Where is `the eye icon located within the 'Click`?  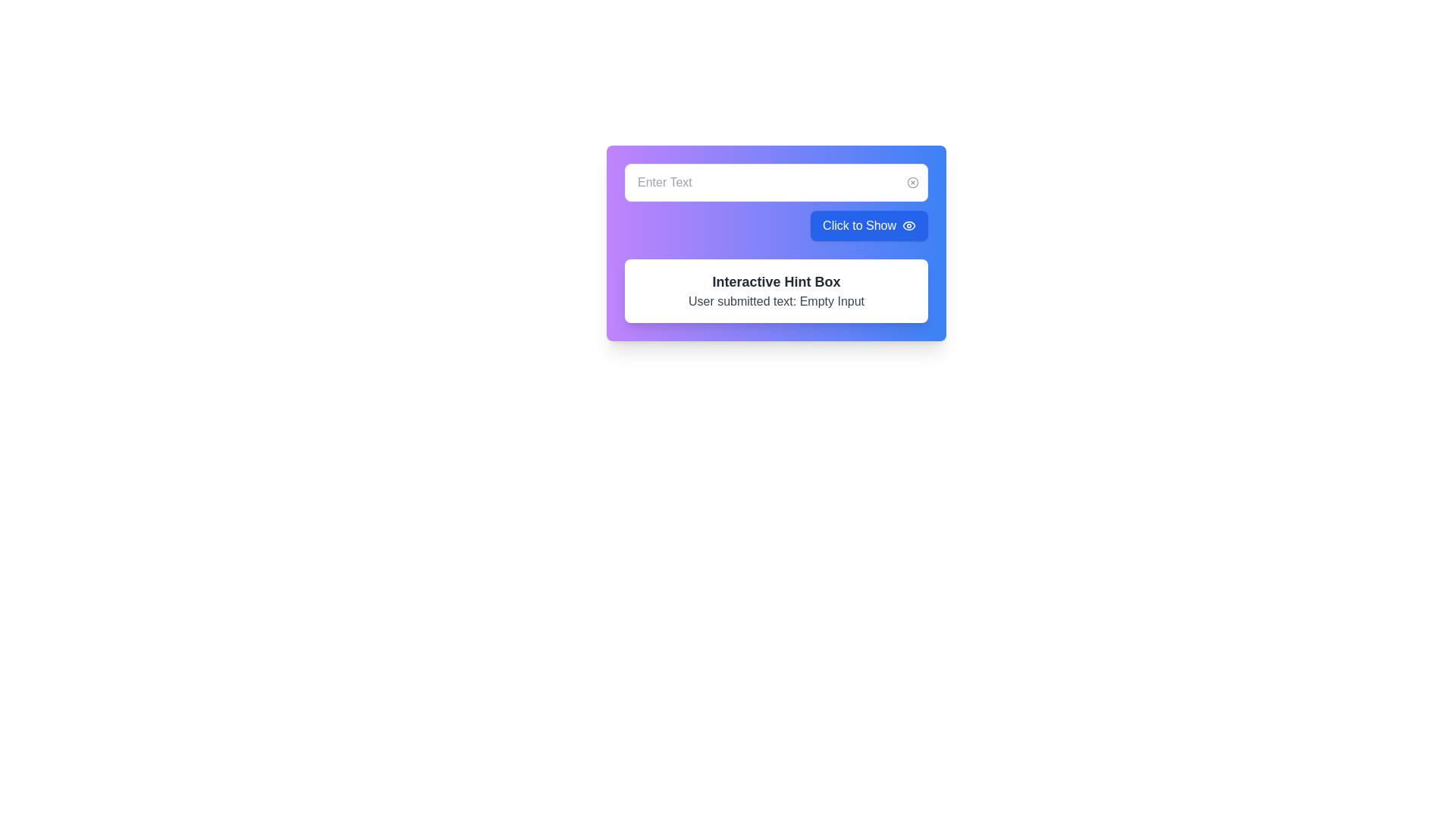
the eye icon located within the 'Click is located at coordinates (909, 225).